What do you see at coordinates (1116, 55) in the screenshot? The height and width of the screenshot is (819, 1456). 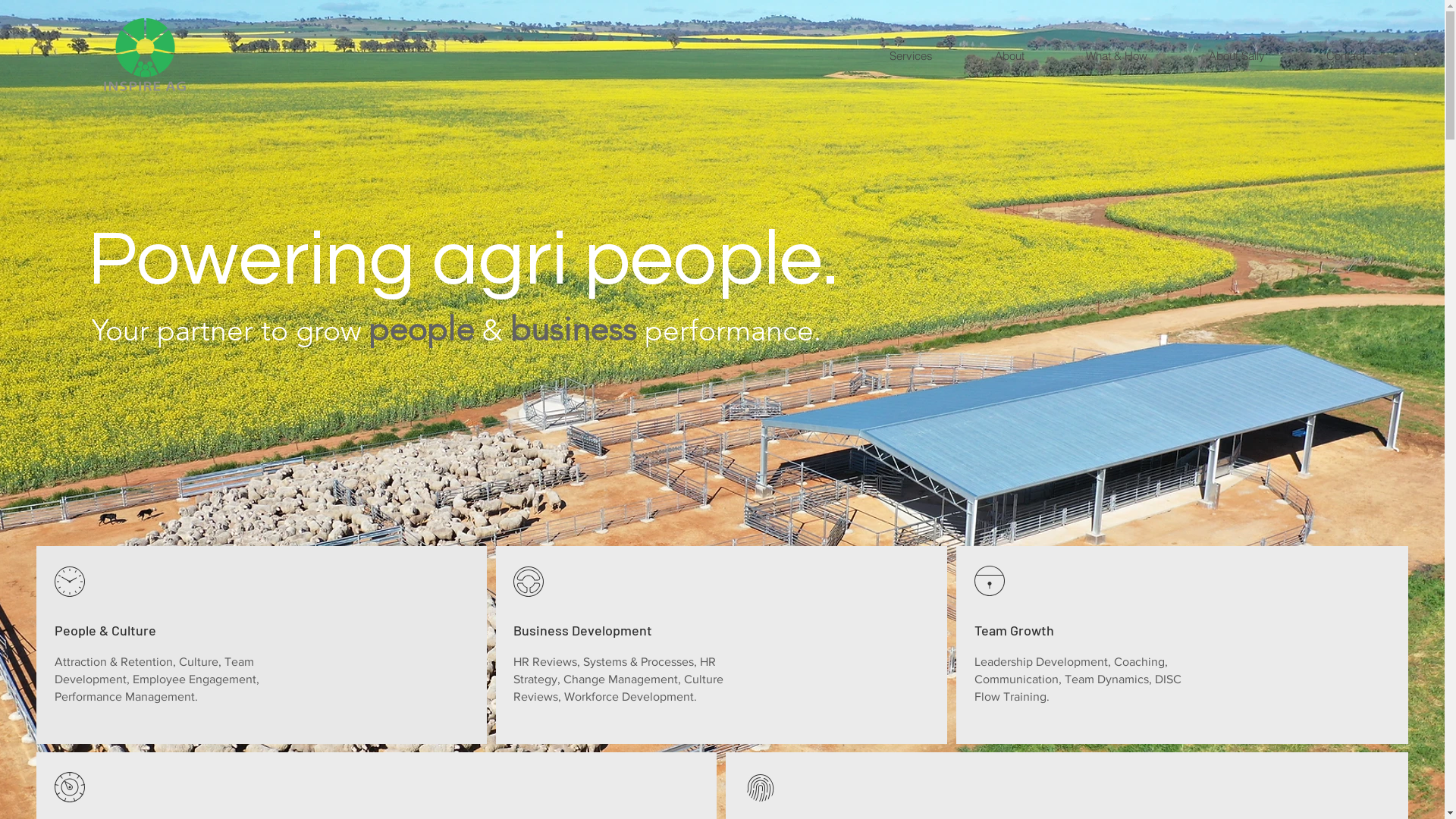 I see `'What & How'` at bounding box center [1116, 55].